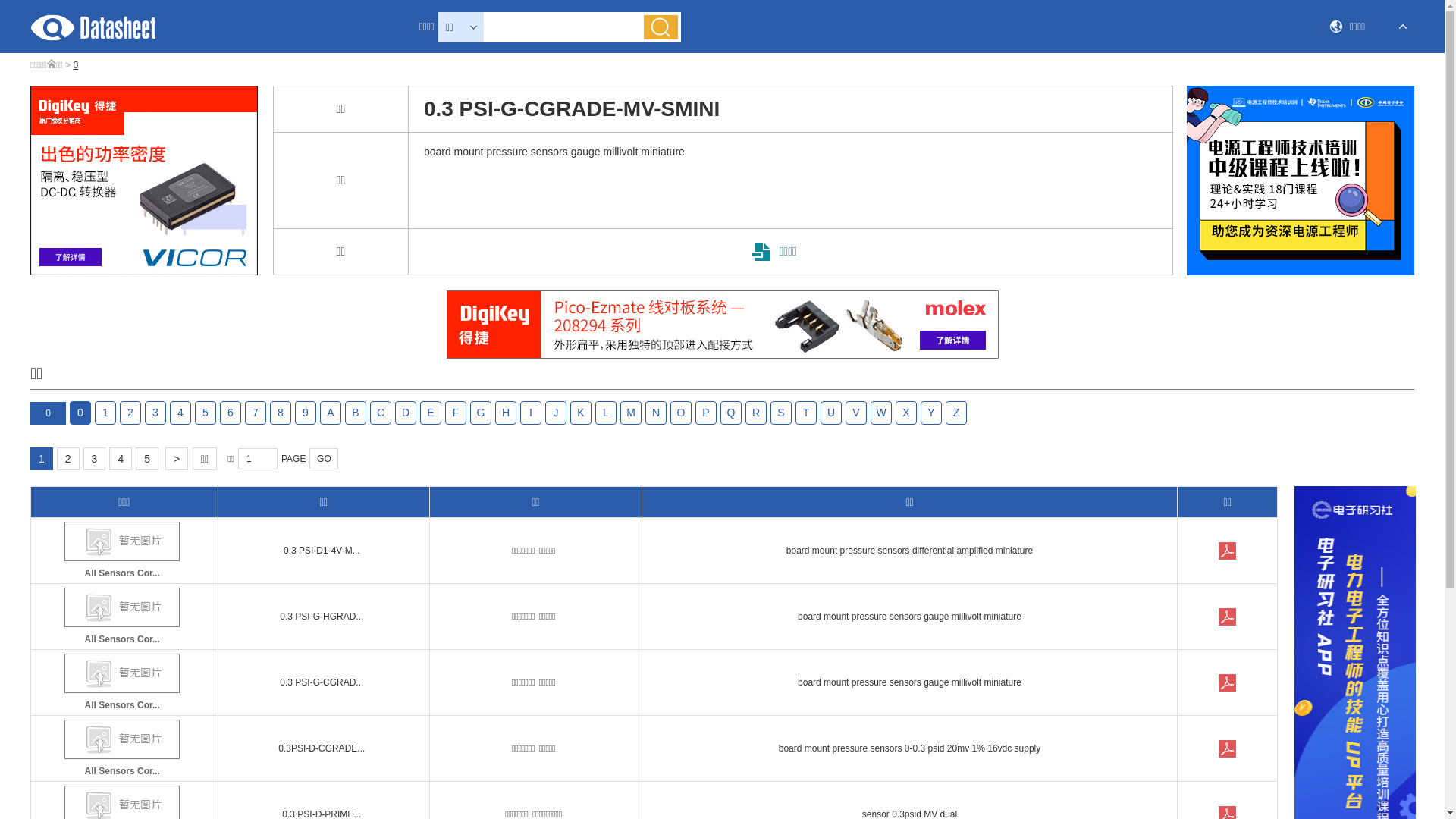 This screenshot has height=819, width=1456. What do you see at coordinates (305, 413) in the screenshot?
I see `'9'` at bounding box center [305, 413].